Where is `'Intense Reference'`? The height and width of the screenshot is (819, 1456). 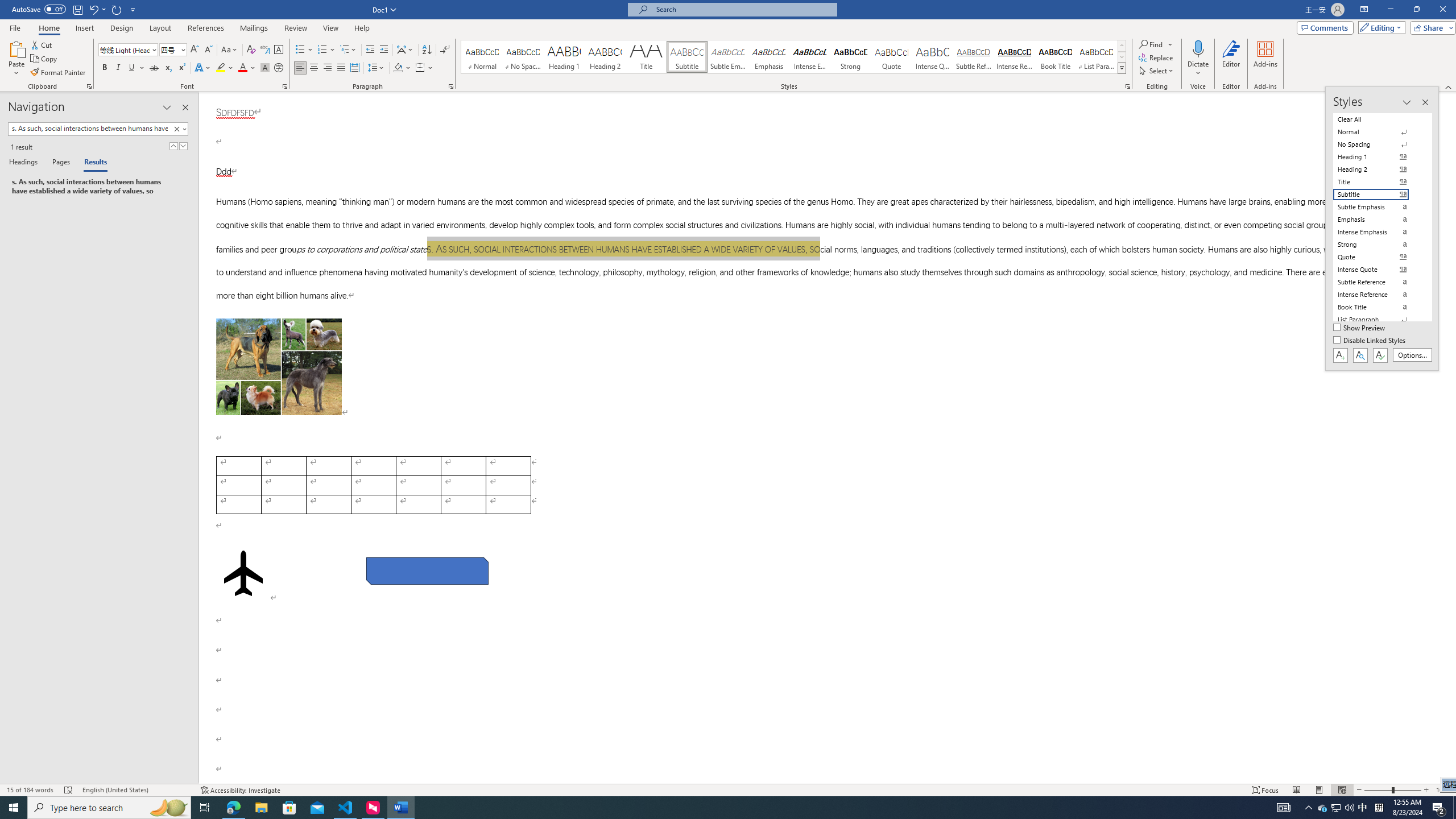
'Intense Reference' is located at coordinates (1015, 56).